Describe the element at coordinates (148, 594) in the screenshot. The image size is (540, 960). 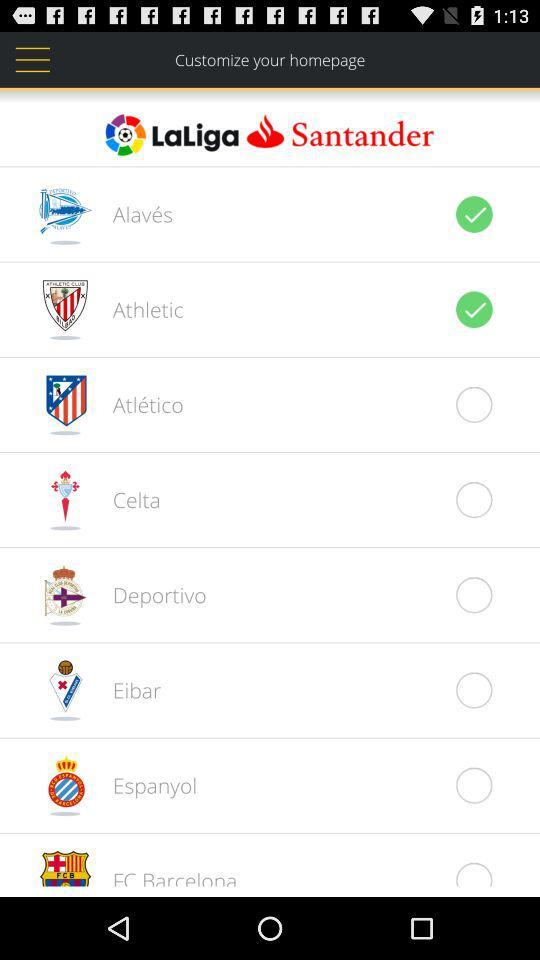
I see `deportivo` at that location.